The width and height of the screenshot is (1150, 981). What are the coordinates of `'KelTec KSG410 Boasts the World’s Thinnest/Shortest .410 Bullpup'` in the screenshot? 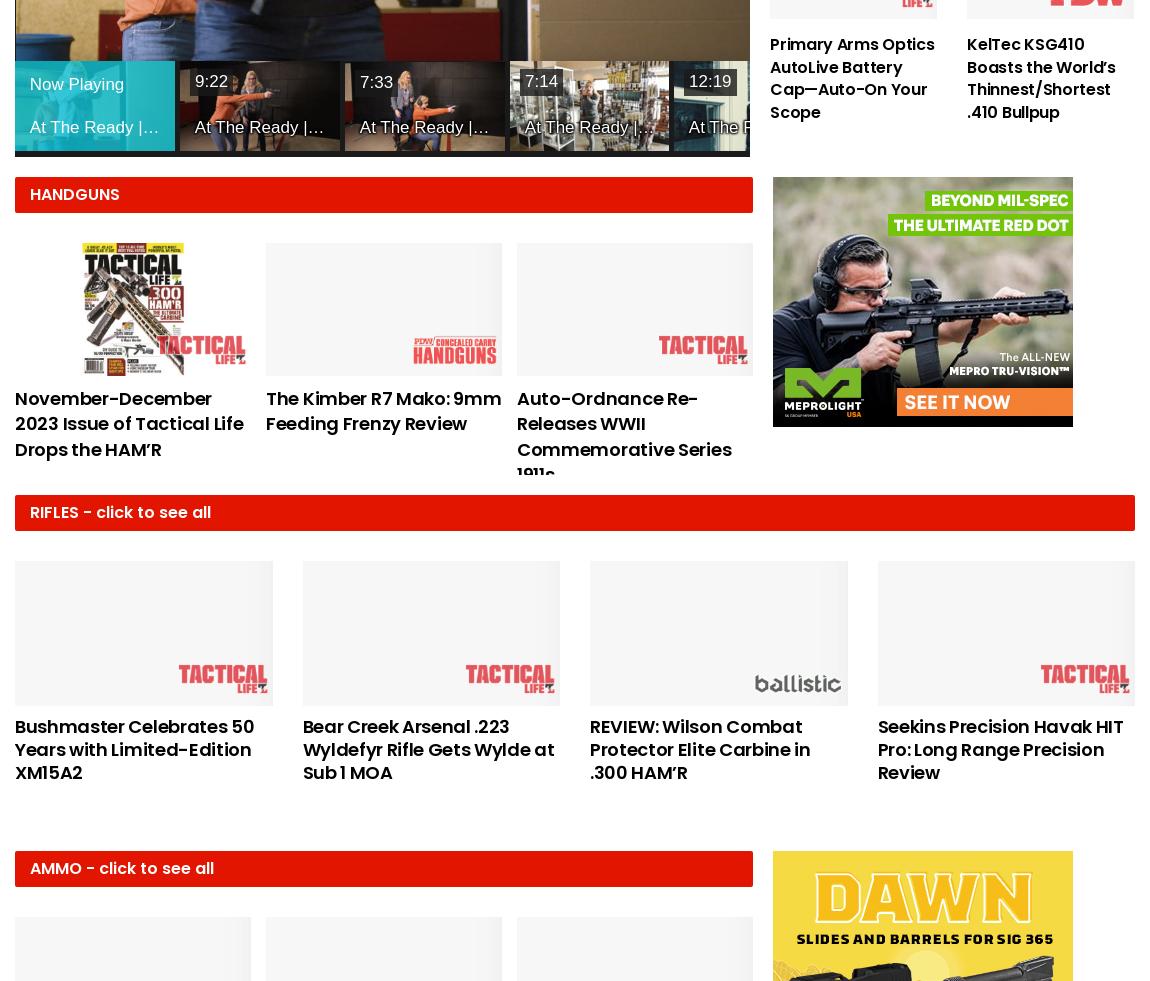 It's located at (1040, 76).